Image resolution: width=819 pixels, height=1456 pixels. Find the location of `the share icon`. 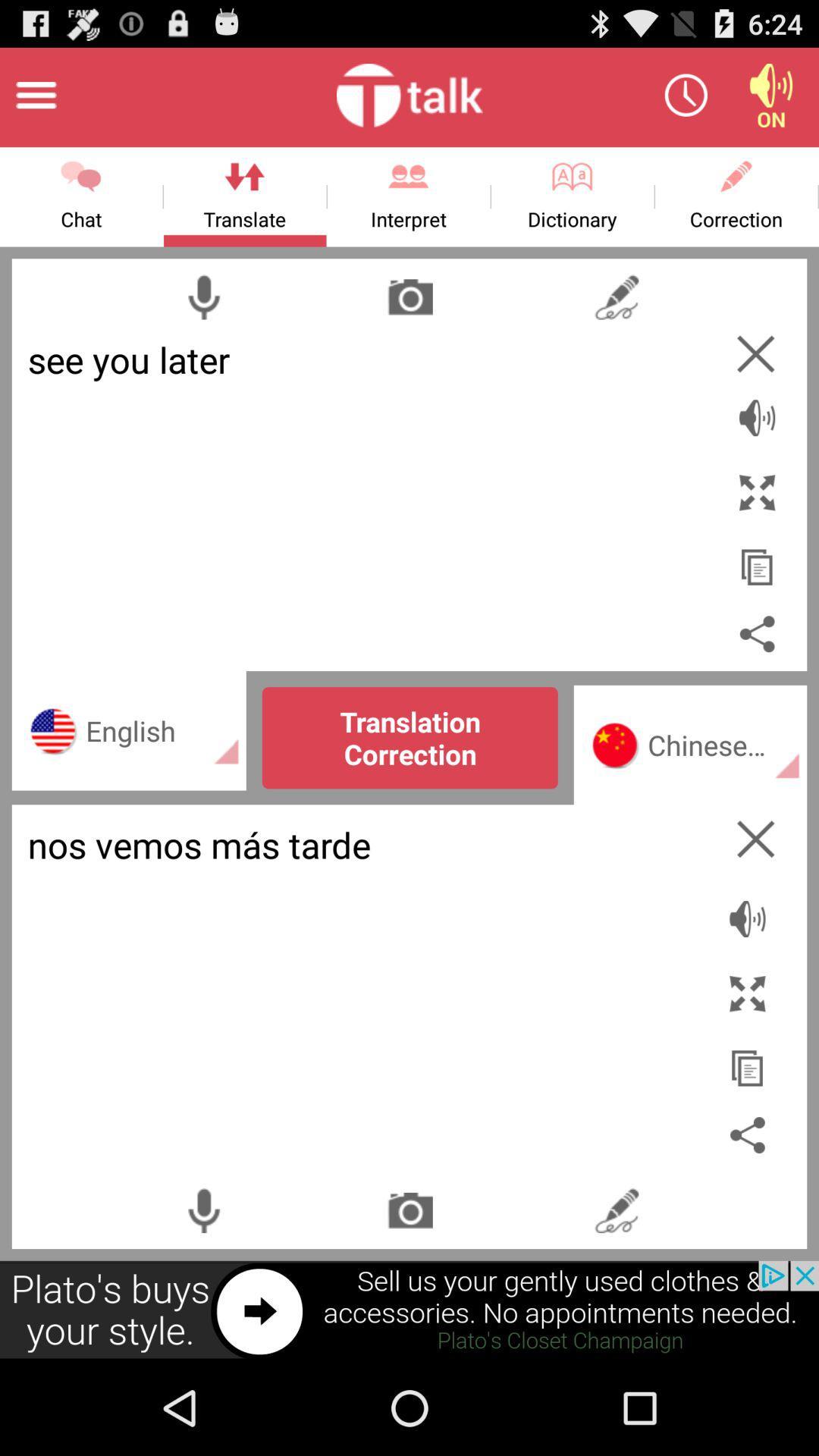

the share icon is located at coordinates (757, 677).